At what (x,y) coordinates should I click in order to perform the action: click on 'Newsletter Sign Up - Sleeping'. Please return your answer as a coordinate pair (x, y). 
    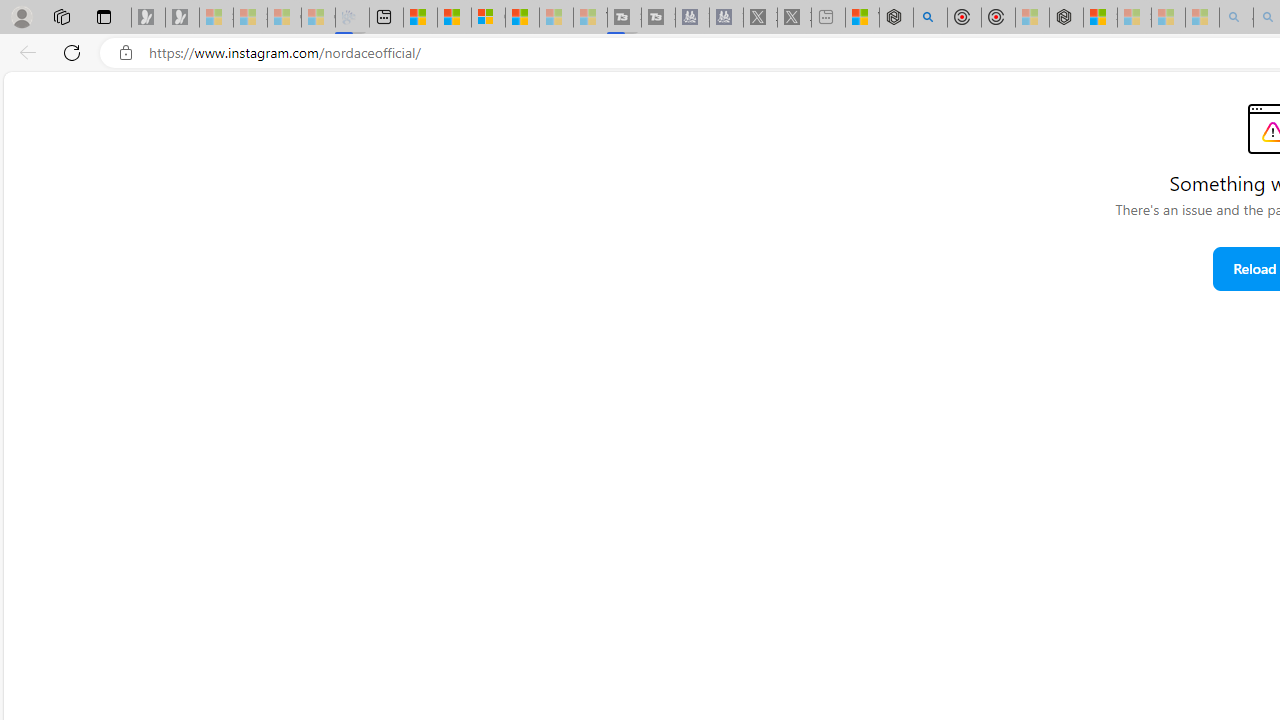
    Looking at the image, I should click on (182, 17).